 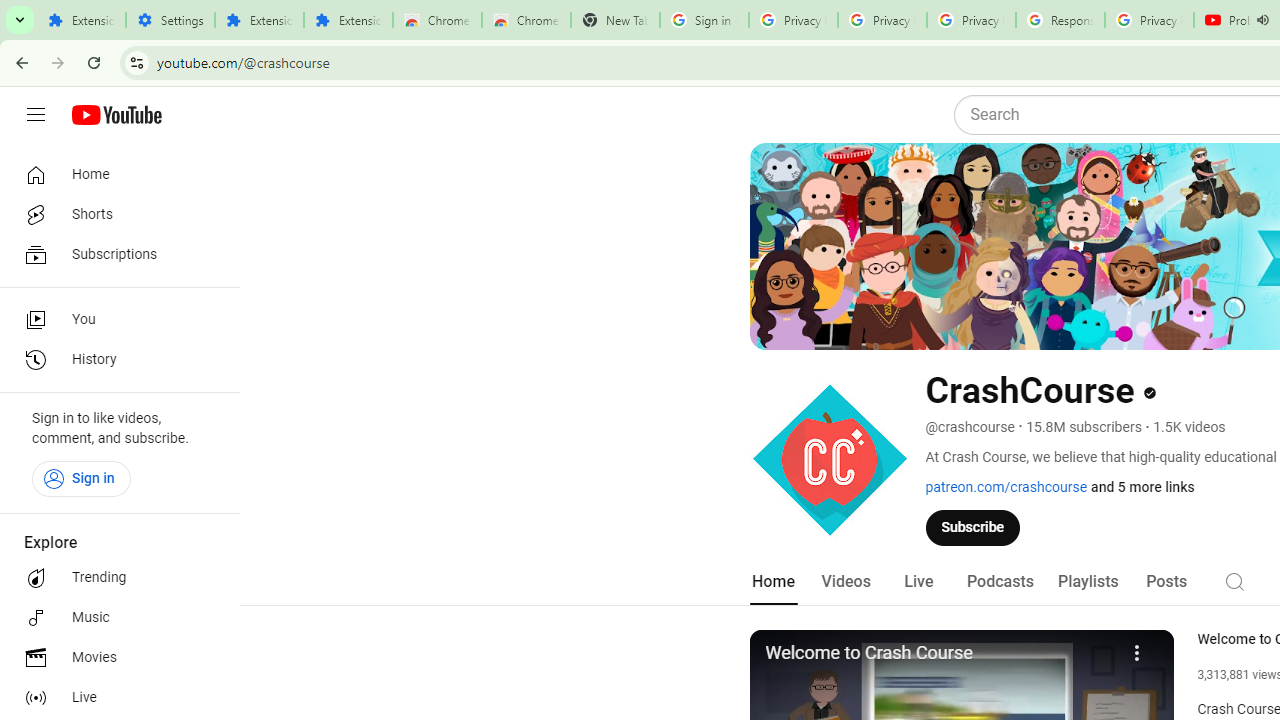 What do you see at coordinates (35, 115) in the screenshot?
I see `'Guide'` at bounding box center [35, 115].